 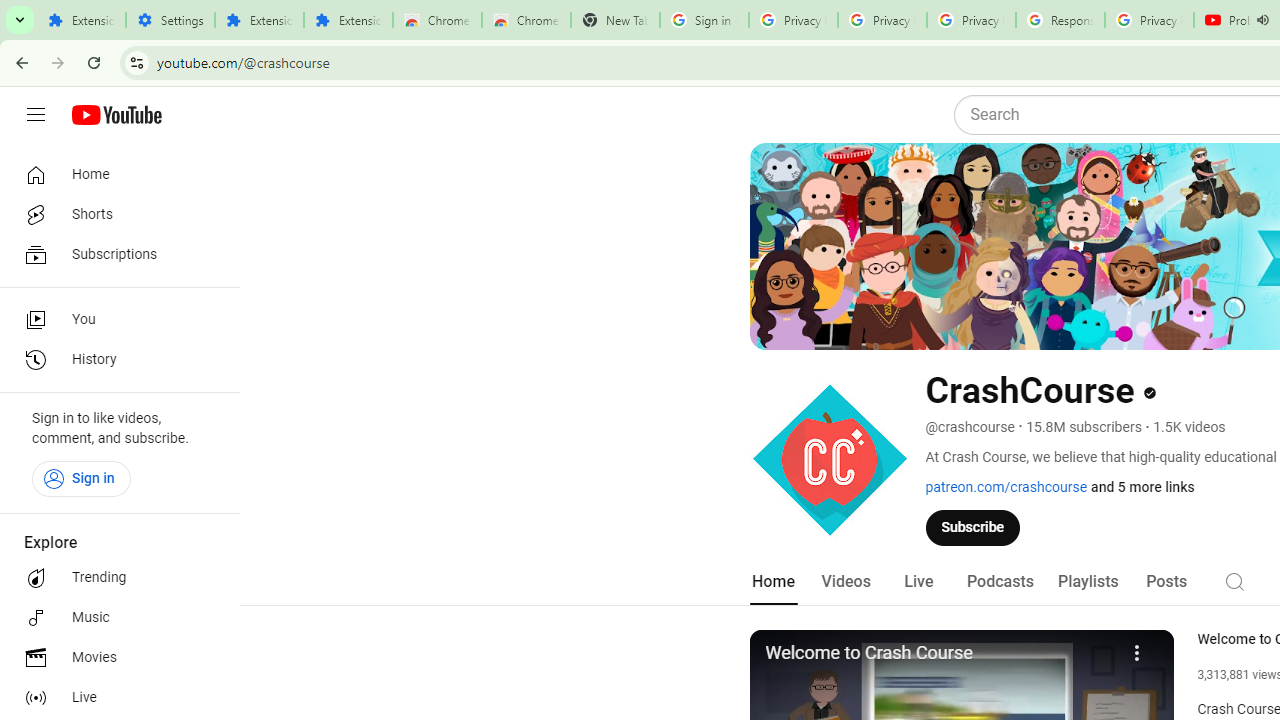 What do you see at coordinates (35, 115) in the screenshot?
I see `'Guide'` at bounding box center [35, 115].